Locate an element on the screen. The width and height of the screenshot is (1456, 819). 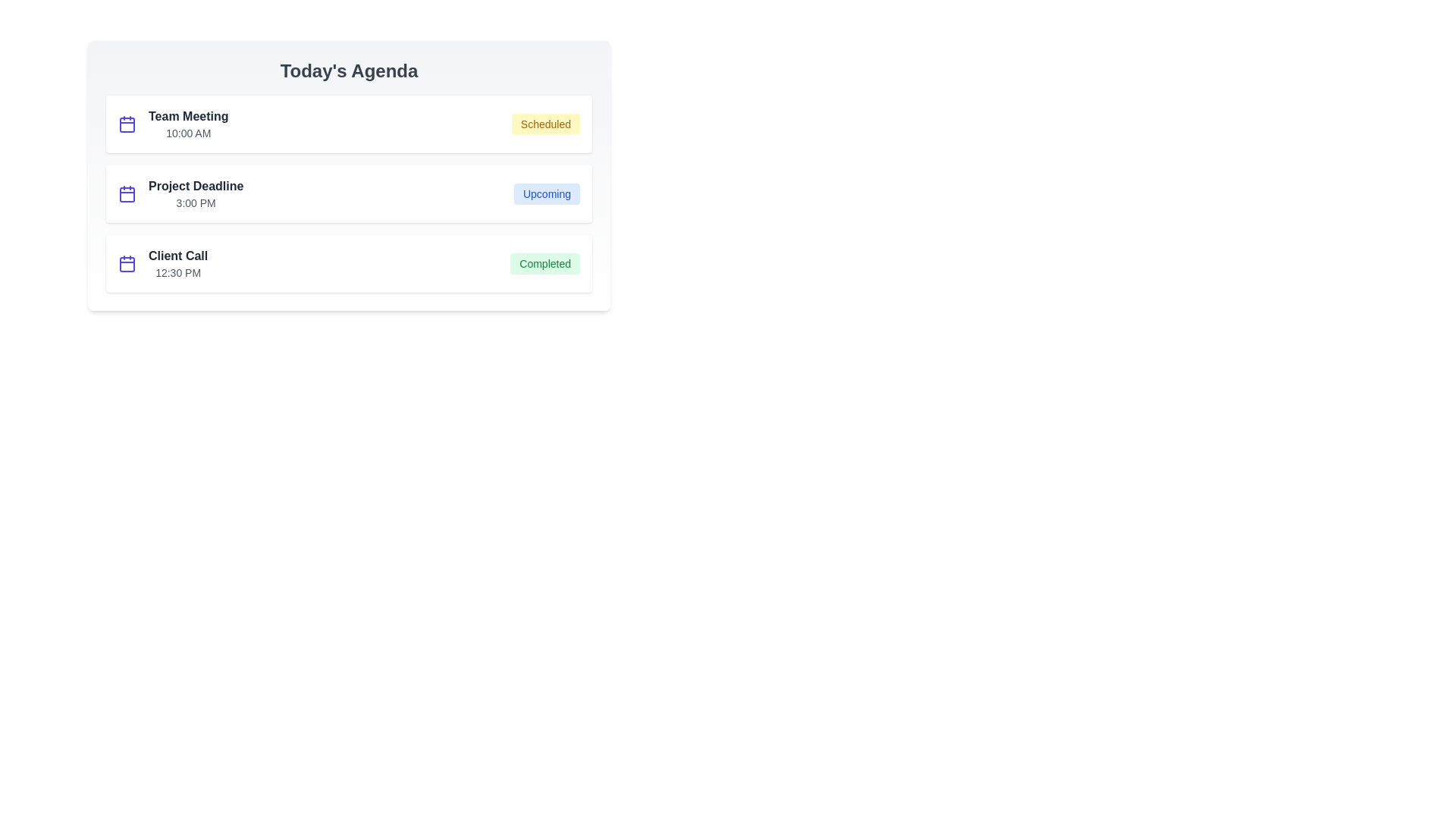
the event item corresponding to Project Deadline is located at coordinates (348, 193).